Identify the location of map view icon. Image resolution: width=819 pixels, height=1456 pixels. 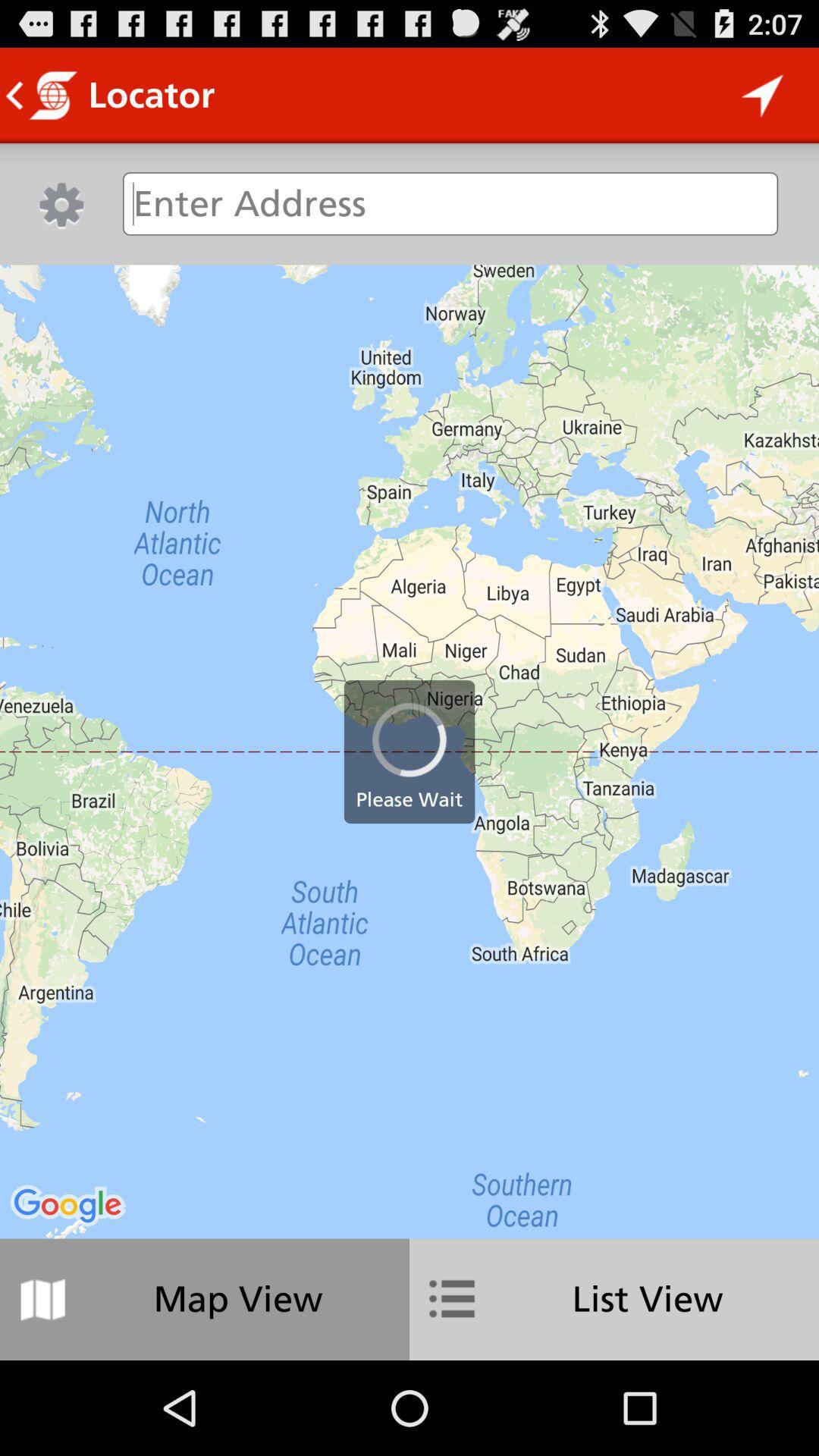
(205, 1298).